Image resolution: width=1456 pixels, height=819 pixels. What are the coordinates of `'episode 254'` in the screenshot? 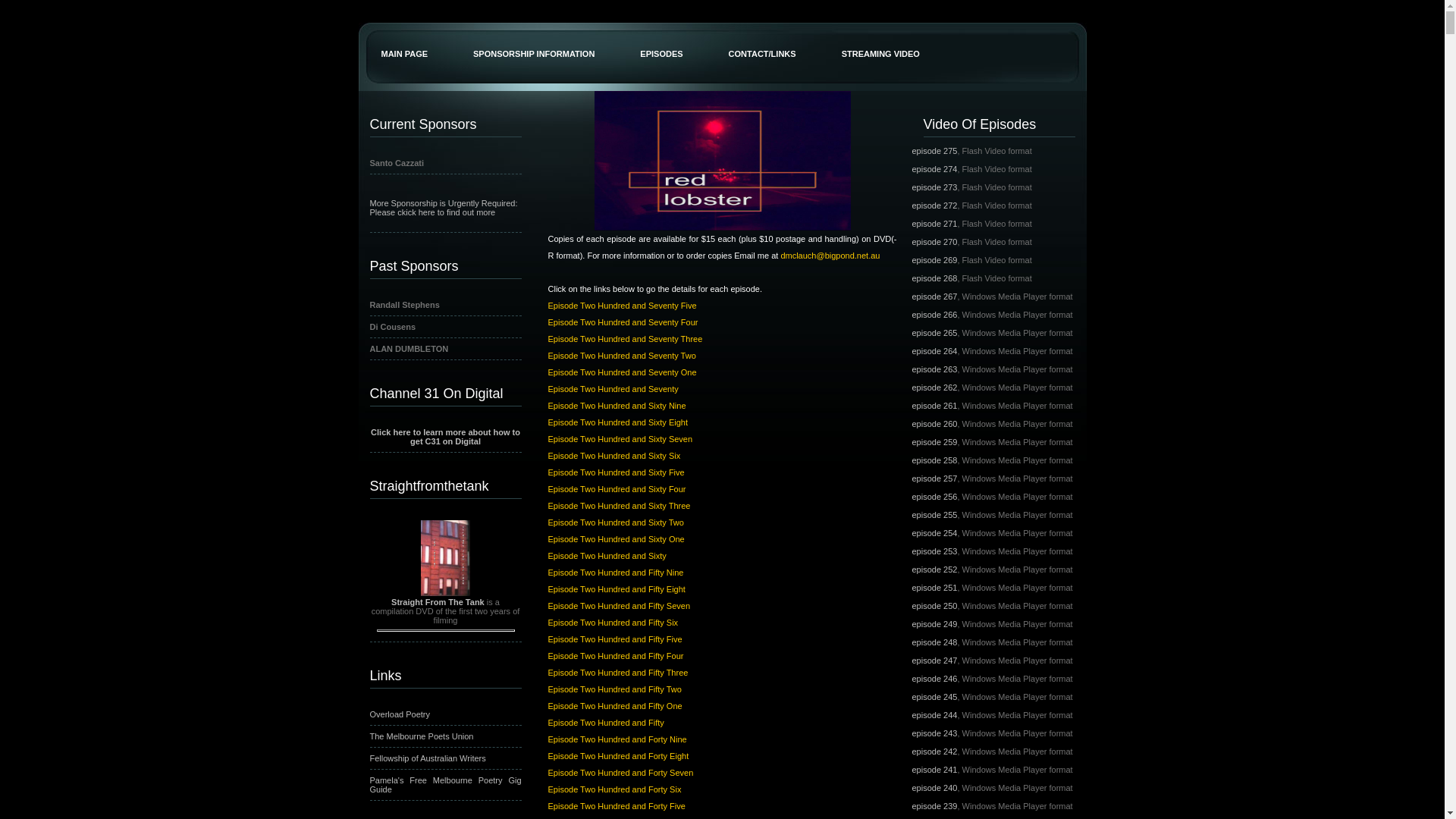 It's located at (934, 532).